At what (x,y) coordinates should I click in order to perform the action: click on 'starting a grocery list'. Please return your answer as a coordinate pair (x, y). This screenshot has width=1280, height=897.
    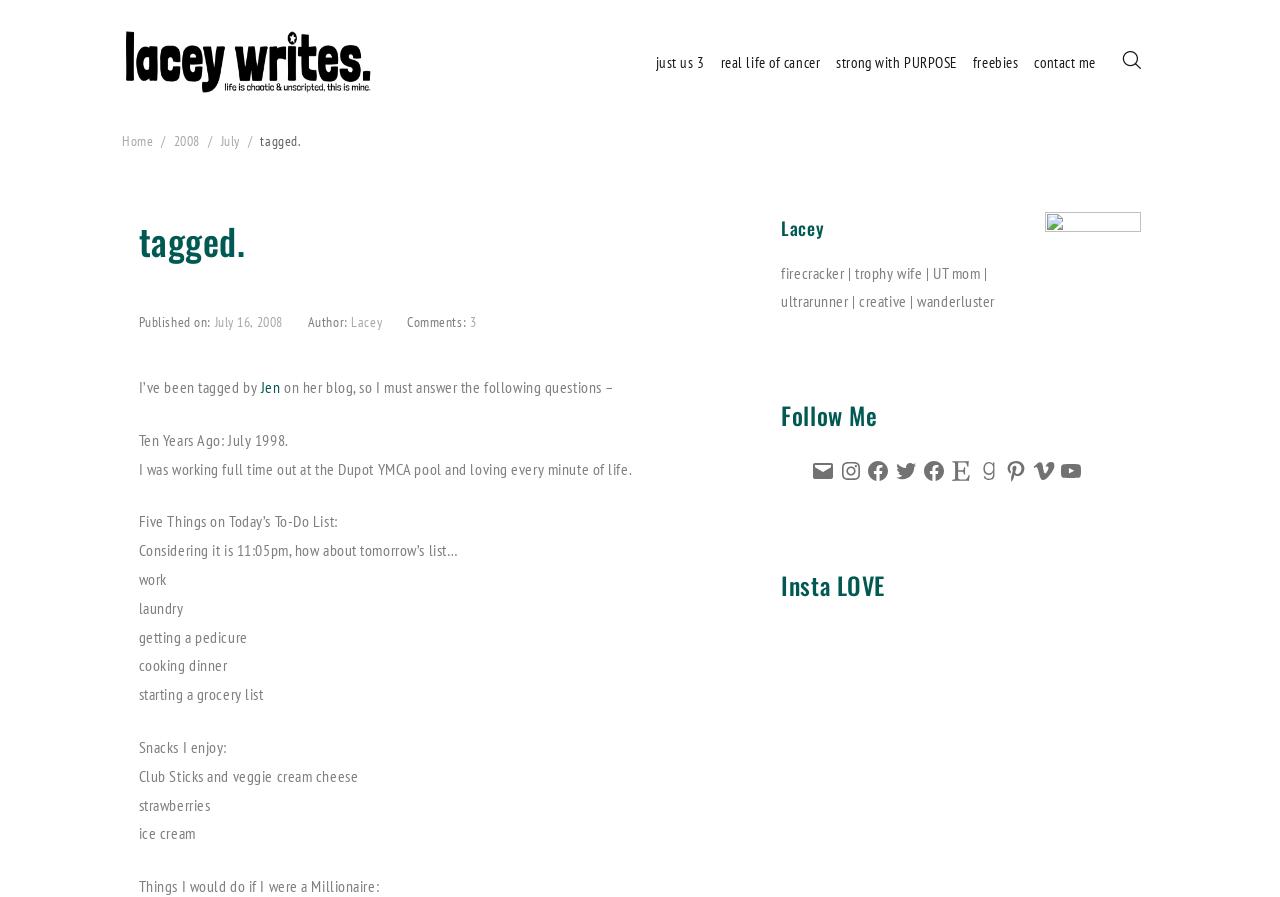
    Looking at the image, I should click on (200, 694).